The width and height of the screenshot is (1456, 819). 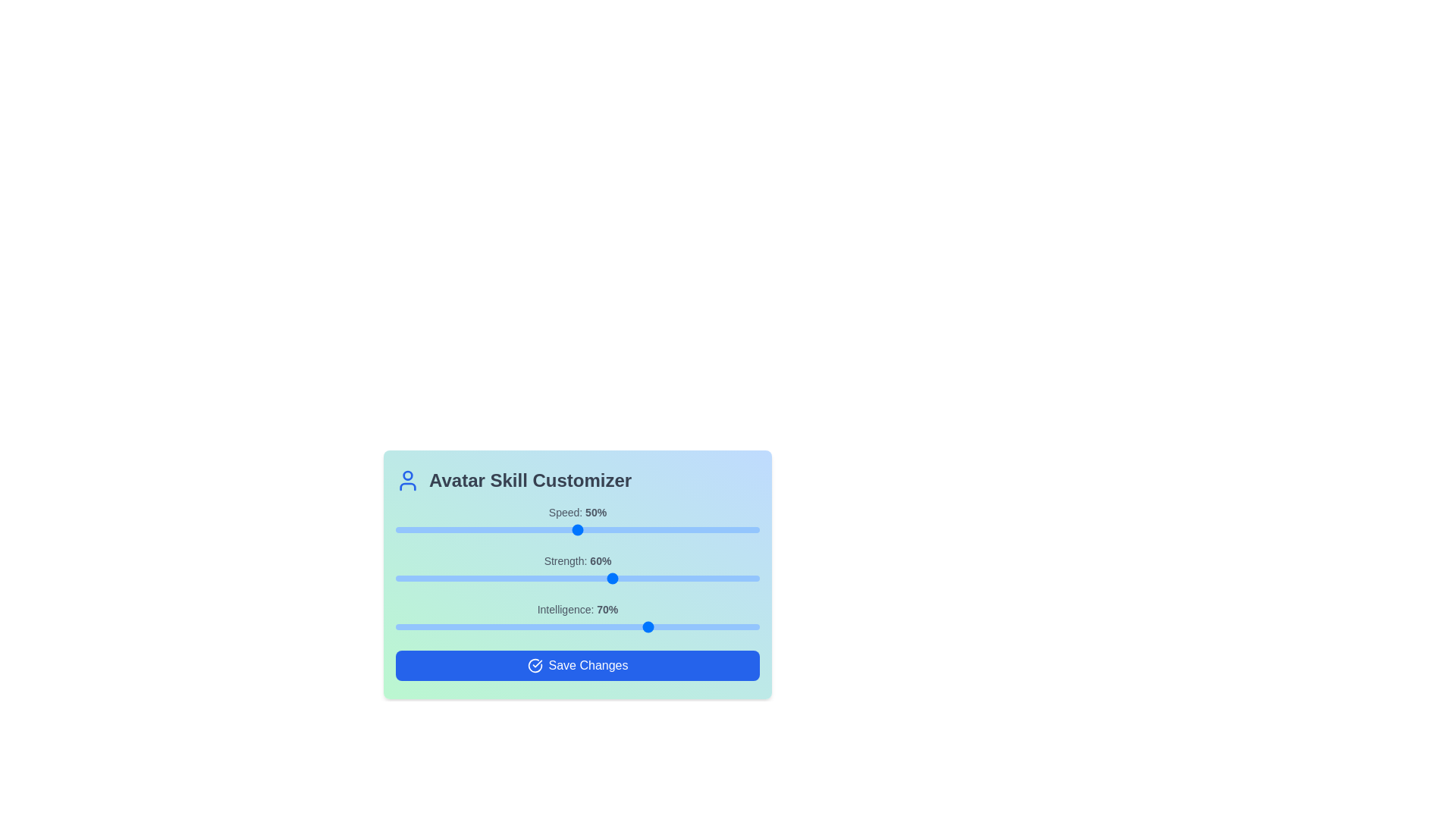 What do you see at coordinates (577, 665) in the screenshot?
I see `the save button located at the bottom of the panel, which is directly below the sliders for Speed, Strength, and Intelligence` at bounding box center [577, 665].